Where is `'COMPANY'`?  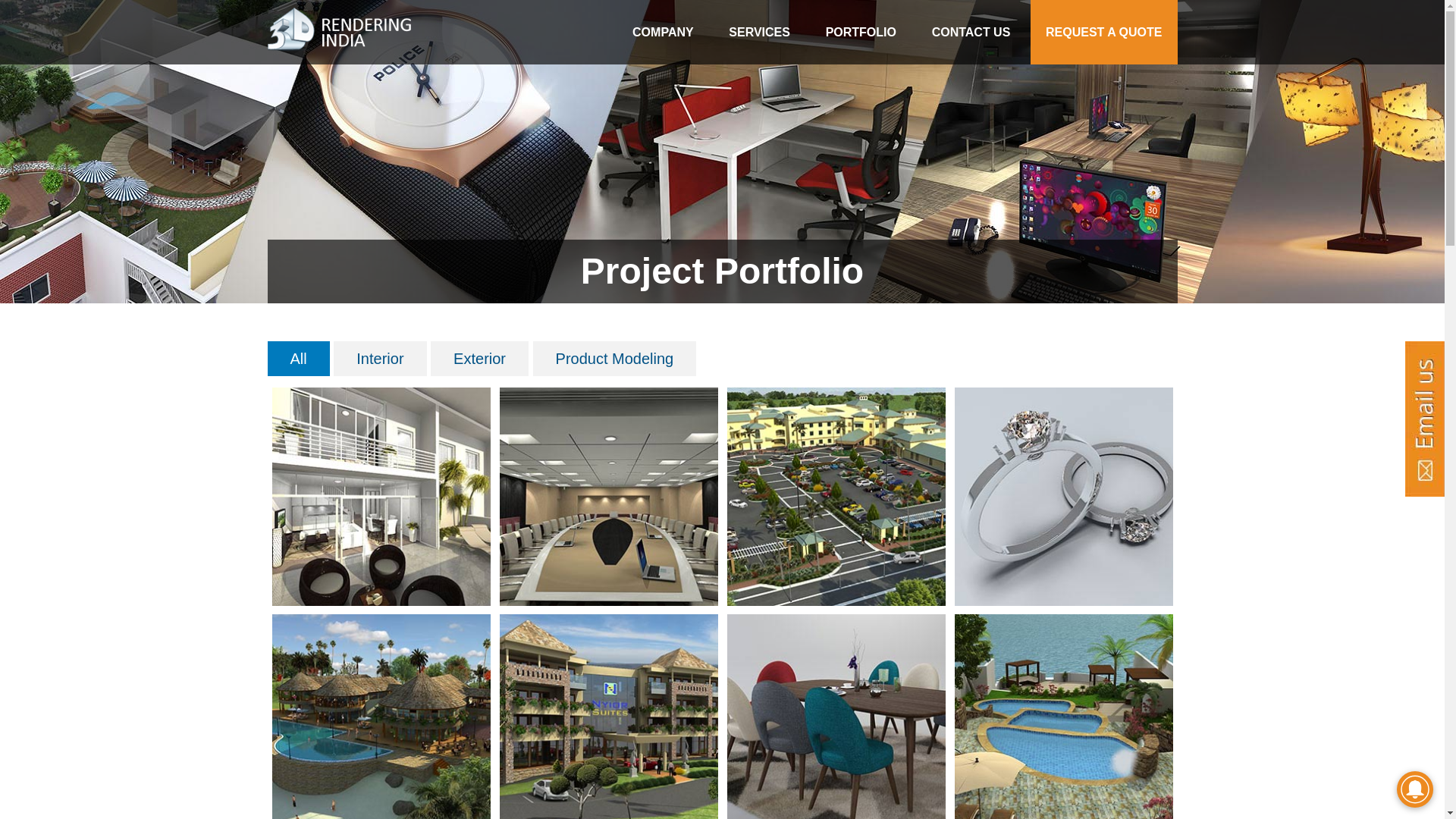 'COMPANY' is located at coordinates (663, 32).